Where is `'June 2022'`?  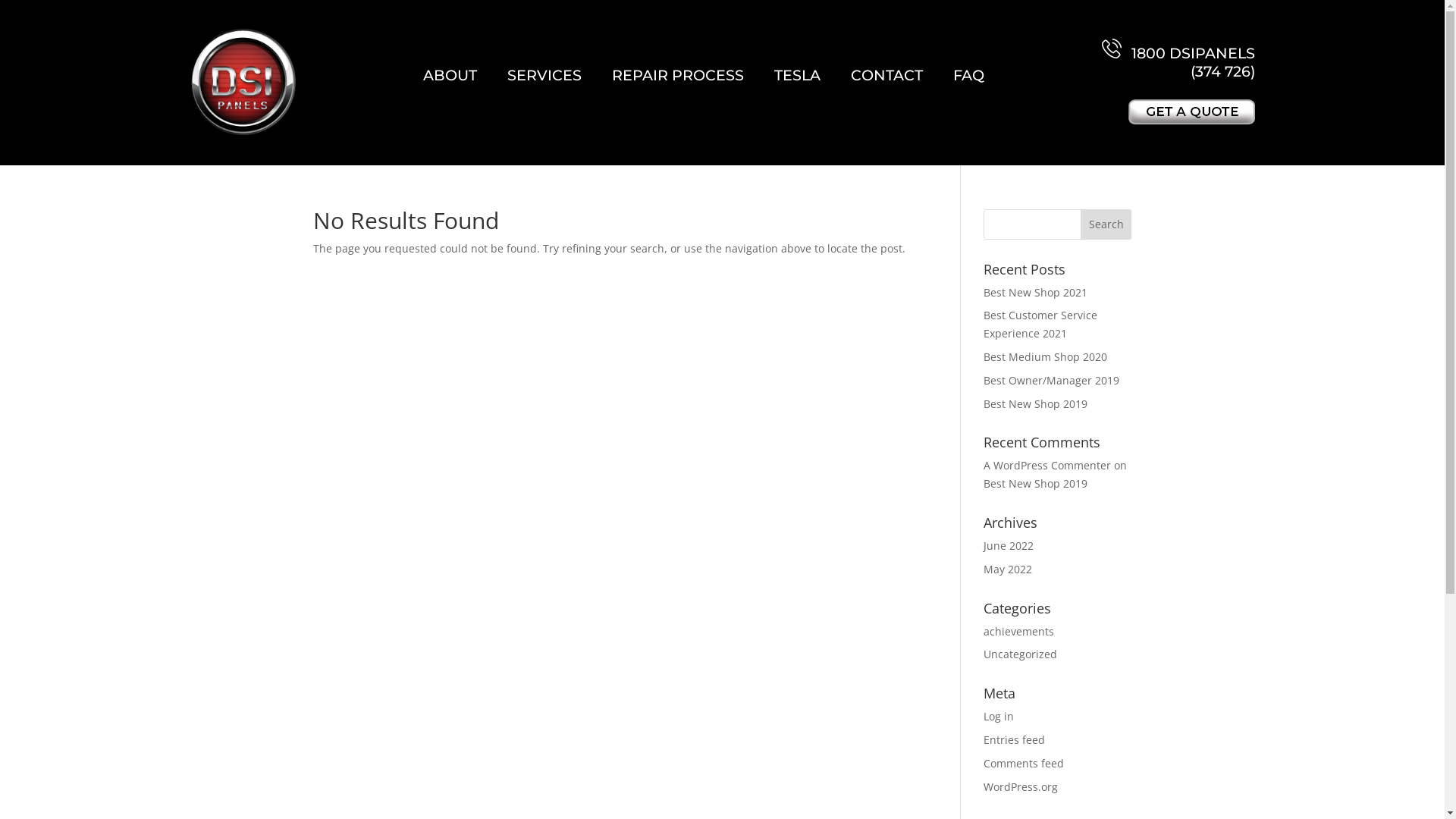 'June 2022' is located at coordinates (1008, 544).